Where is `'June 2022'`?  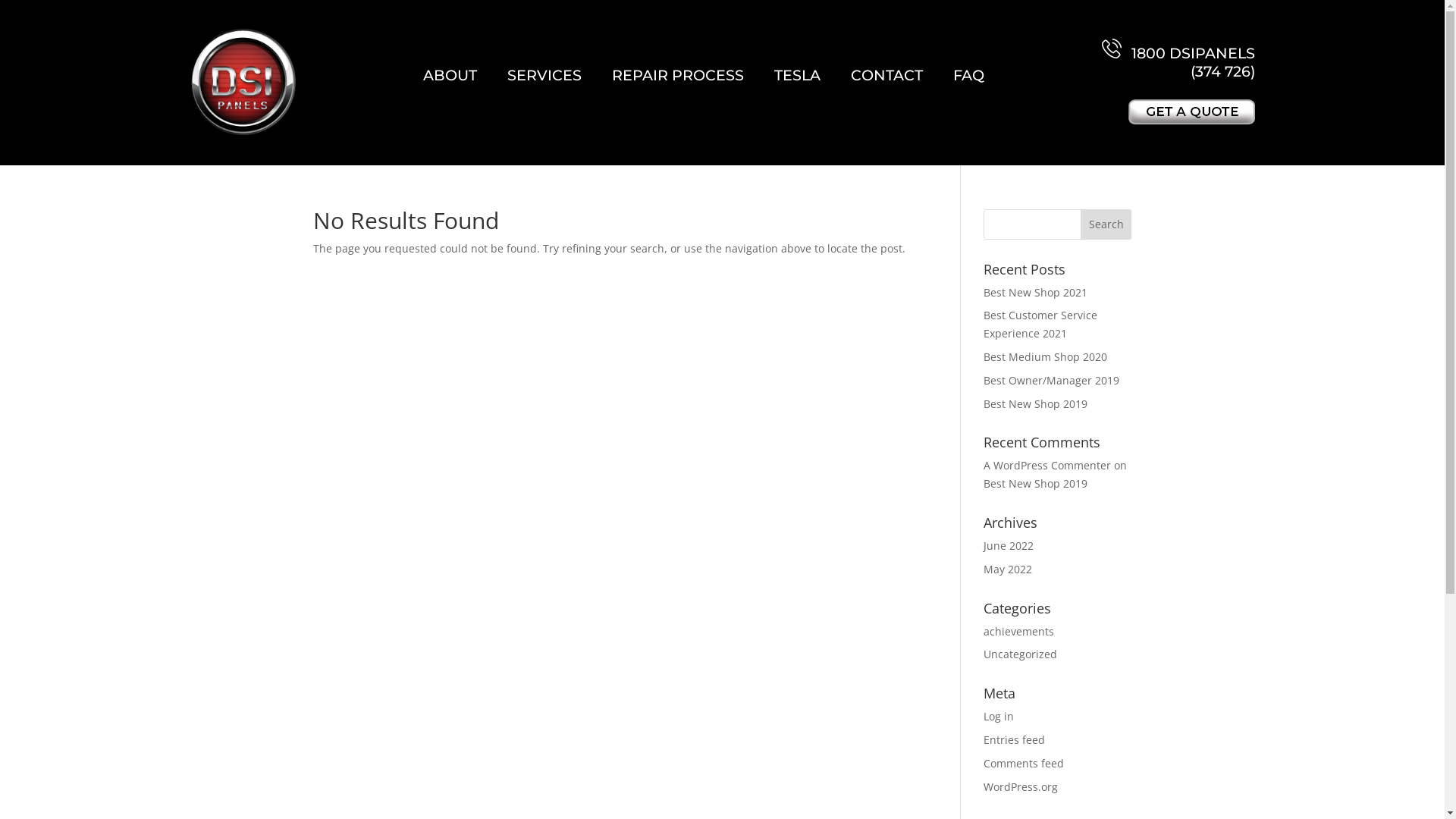 'June 2022' is located at coordinates (1008, 544).